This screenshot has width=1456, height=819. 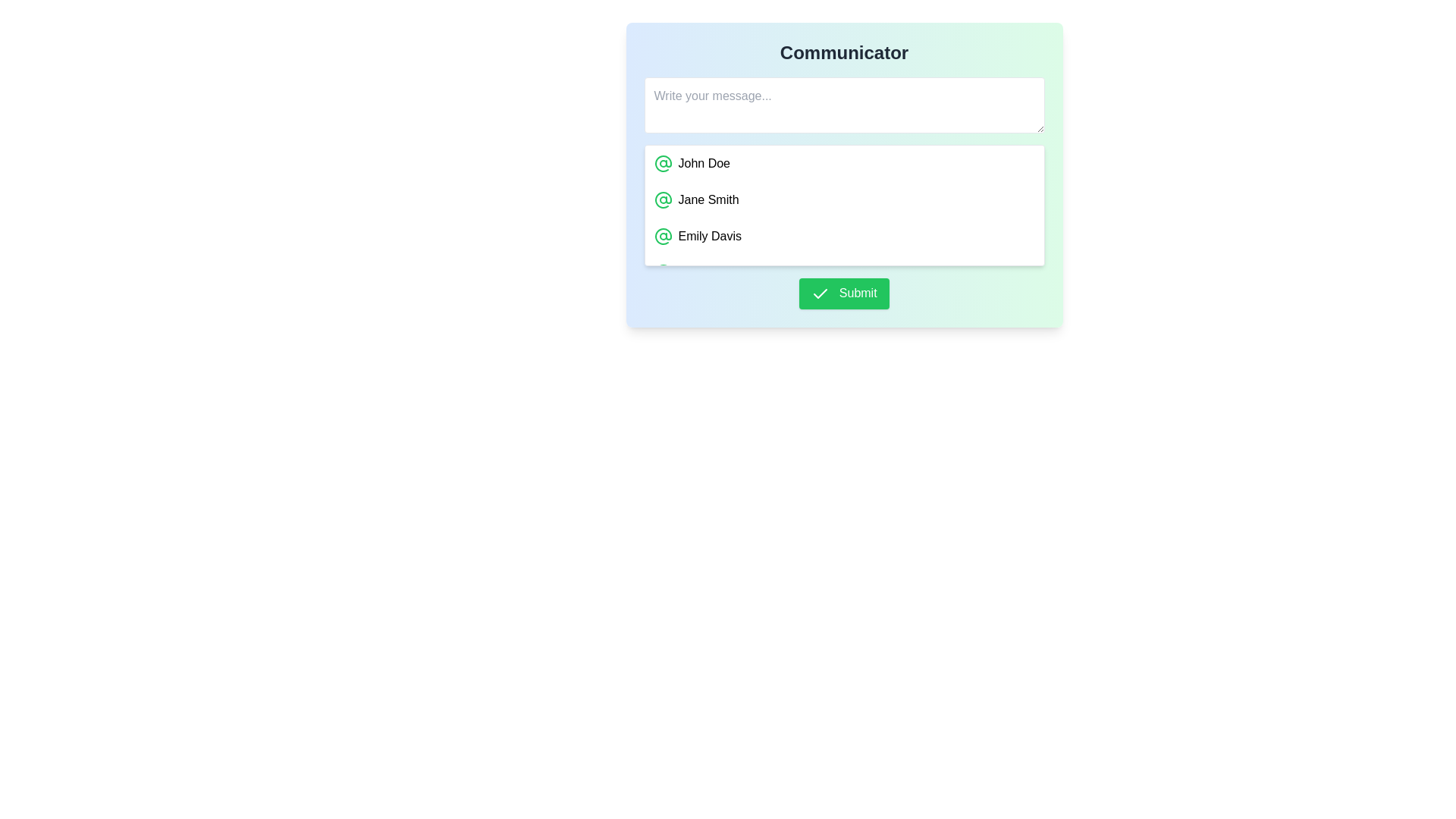 What do you see at coordinates (843, 293) in the screenshot?
I see `the 'Submit' button with a green background and white text` at bounding box center [843, 293].